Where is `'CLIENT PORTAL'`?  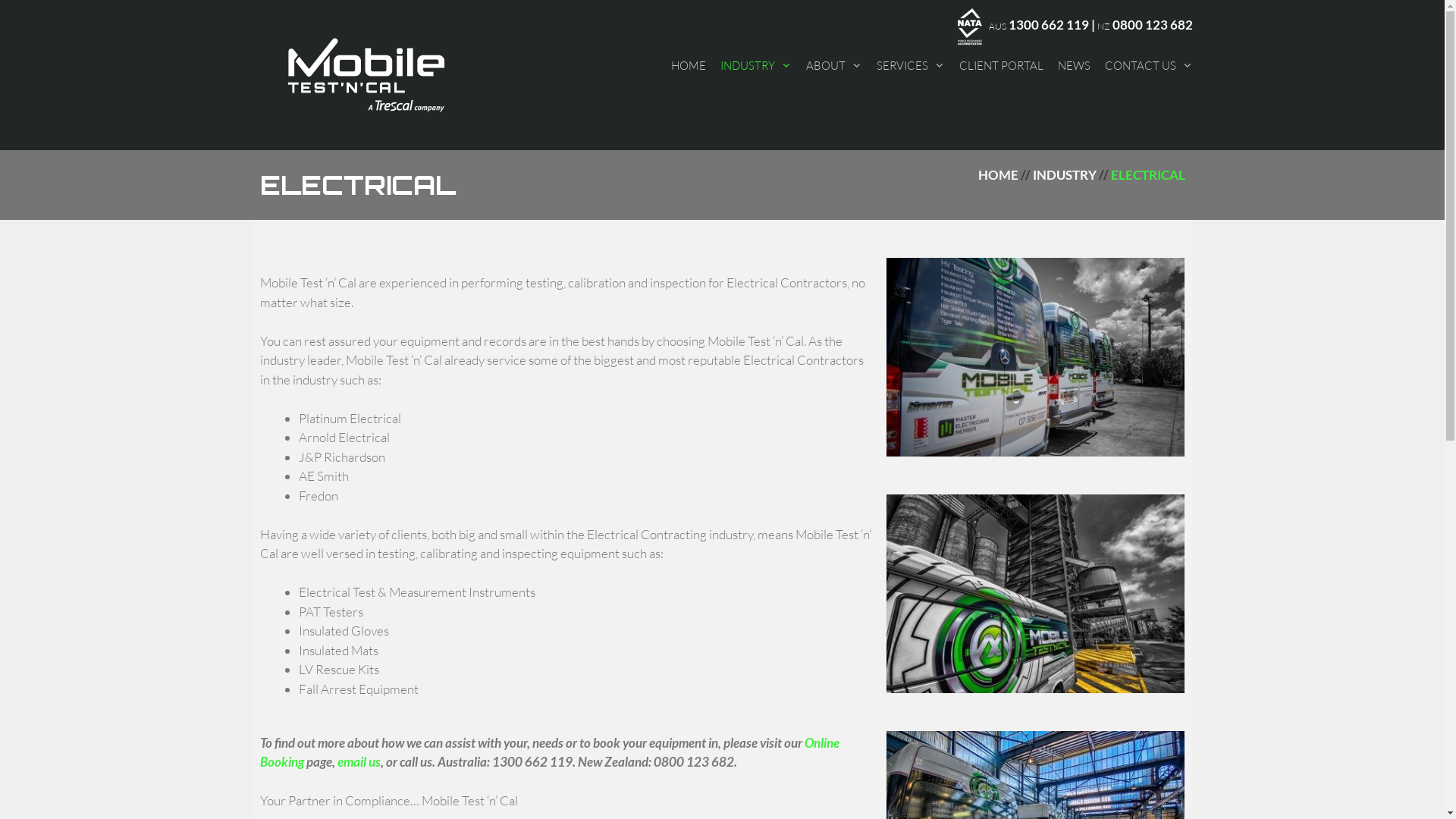 'CLIENT PORTAL' is located at coordinates (957, 64).